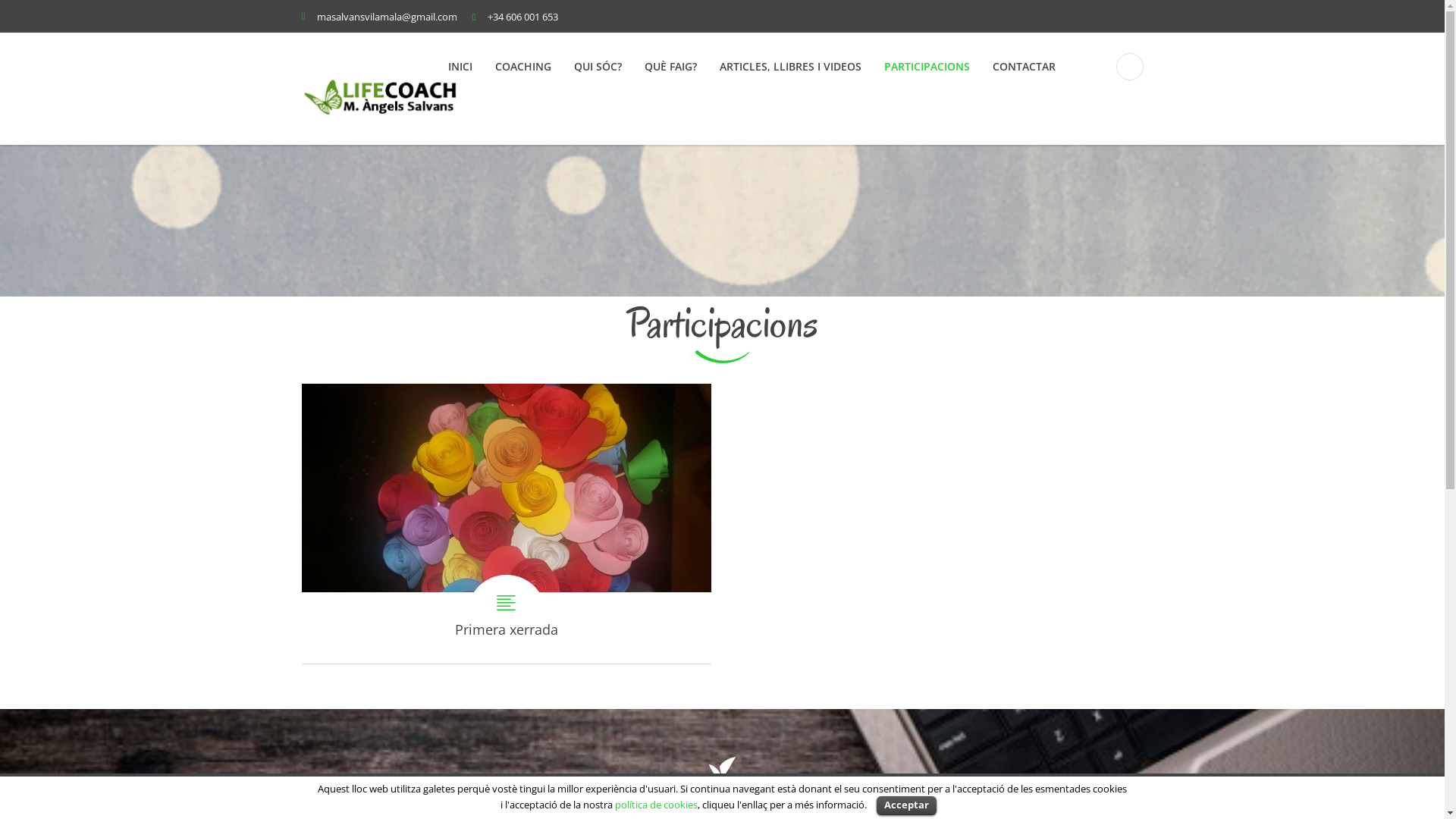 Image resolution: width=1456 pixels, height=819 pixels. What do you see at coordinates (315, 15) in the screenshot?
I see `'masalvansvilamala@gmail.com'` at bounding box center [315, 15].